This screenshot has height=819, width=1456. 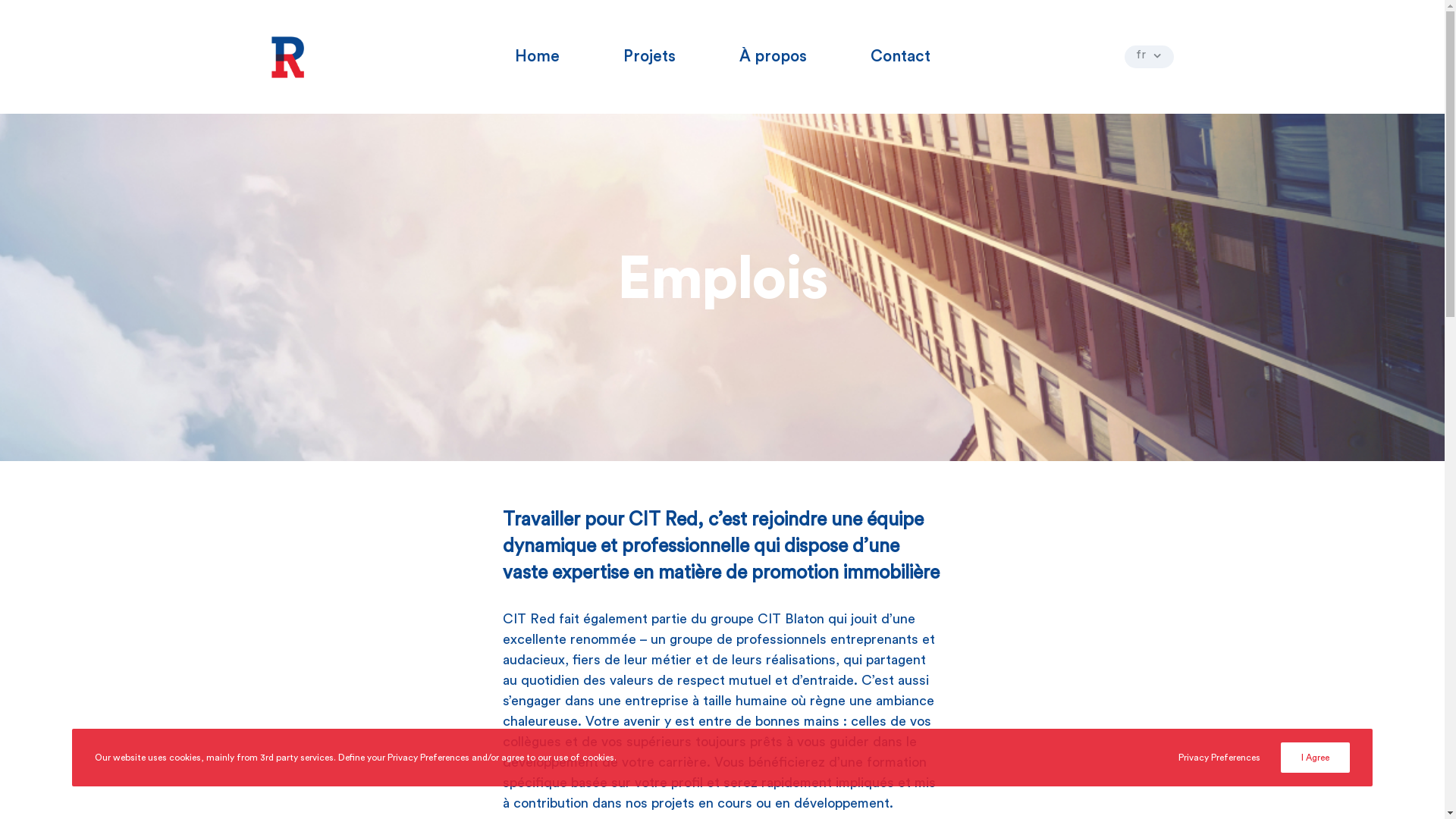 What do you see at coordinates (649, 55) in the screenshot?
I see `'Projets'` at bounding box center [649, 55].